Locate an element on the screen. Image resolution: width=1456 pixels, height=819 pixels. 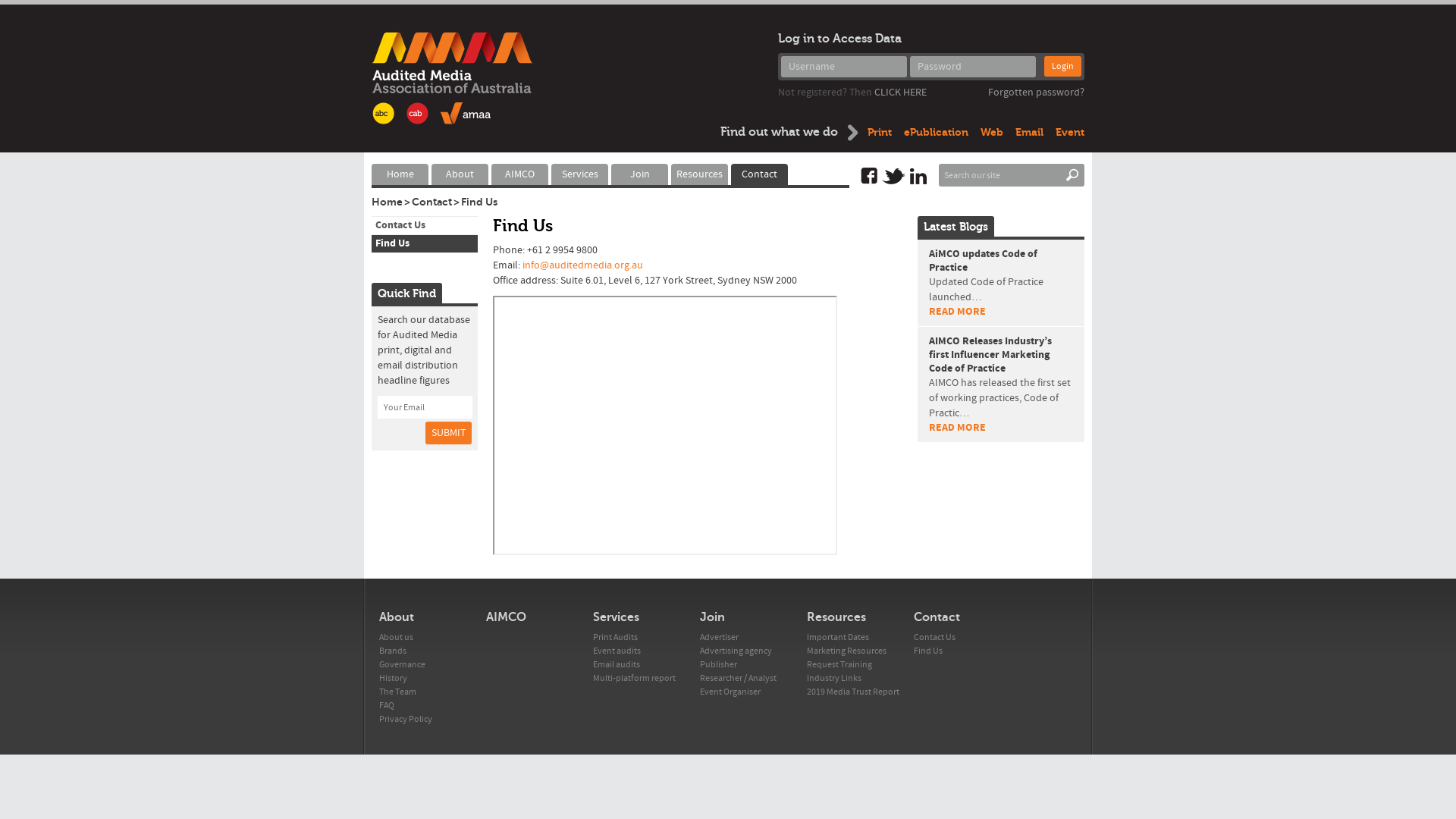
'History' is located at coordinates (393, 677).